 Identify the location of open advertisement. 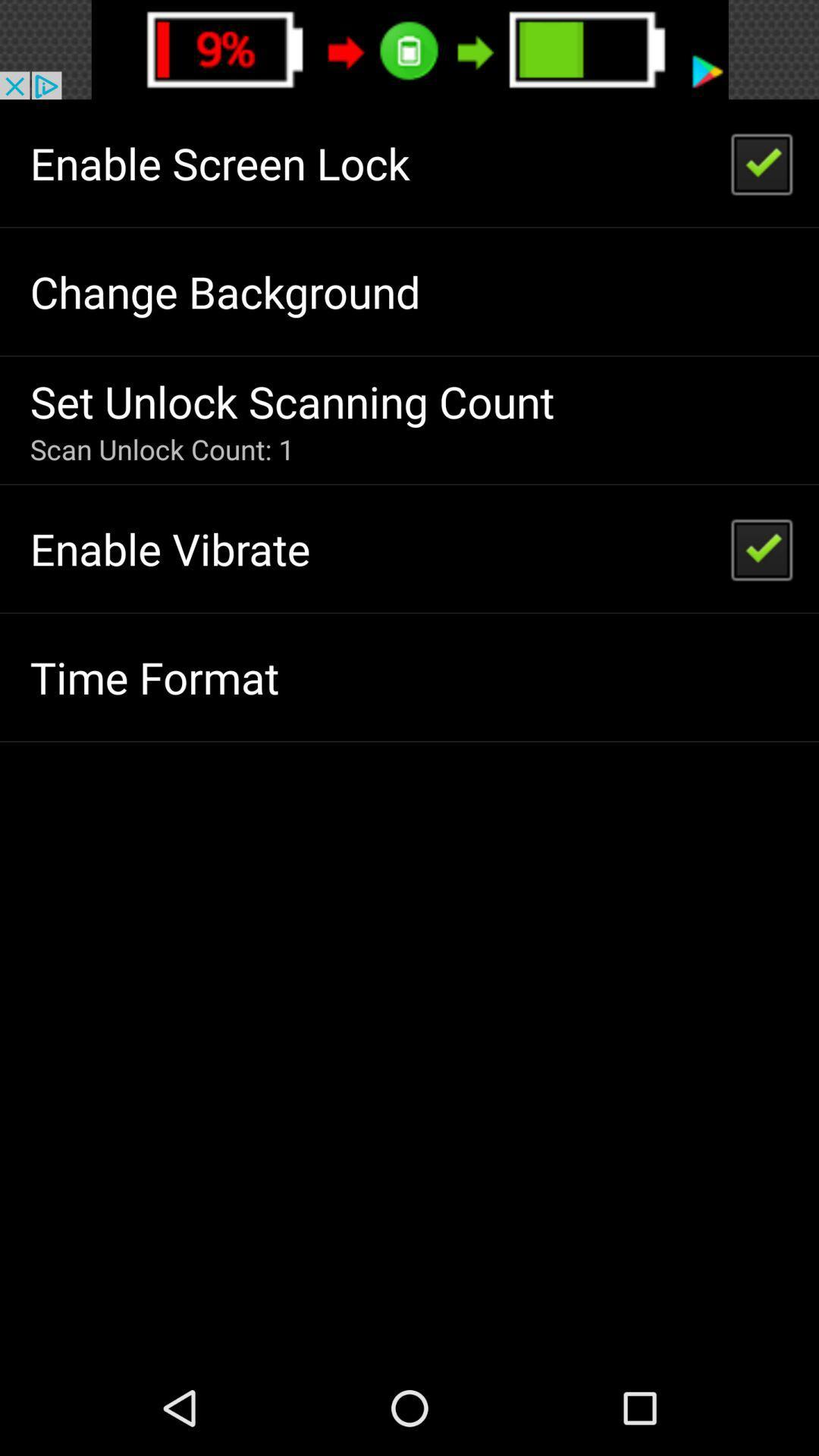
(409, 49).